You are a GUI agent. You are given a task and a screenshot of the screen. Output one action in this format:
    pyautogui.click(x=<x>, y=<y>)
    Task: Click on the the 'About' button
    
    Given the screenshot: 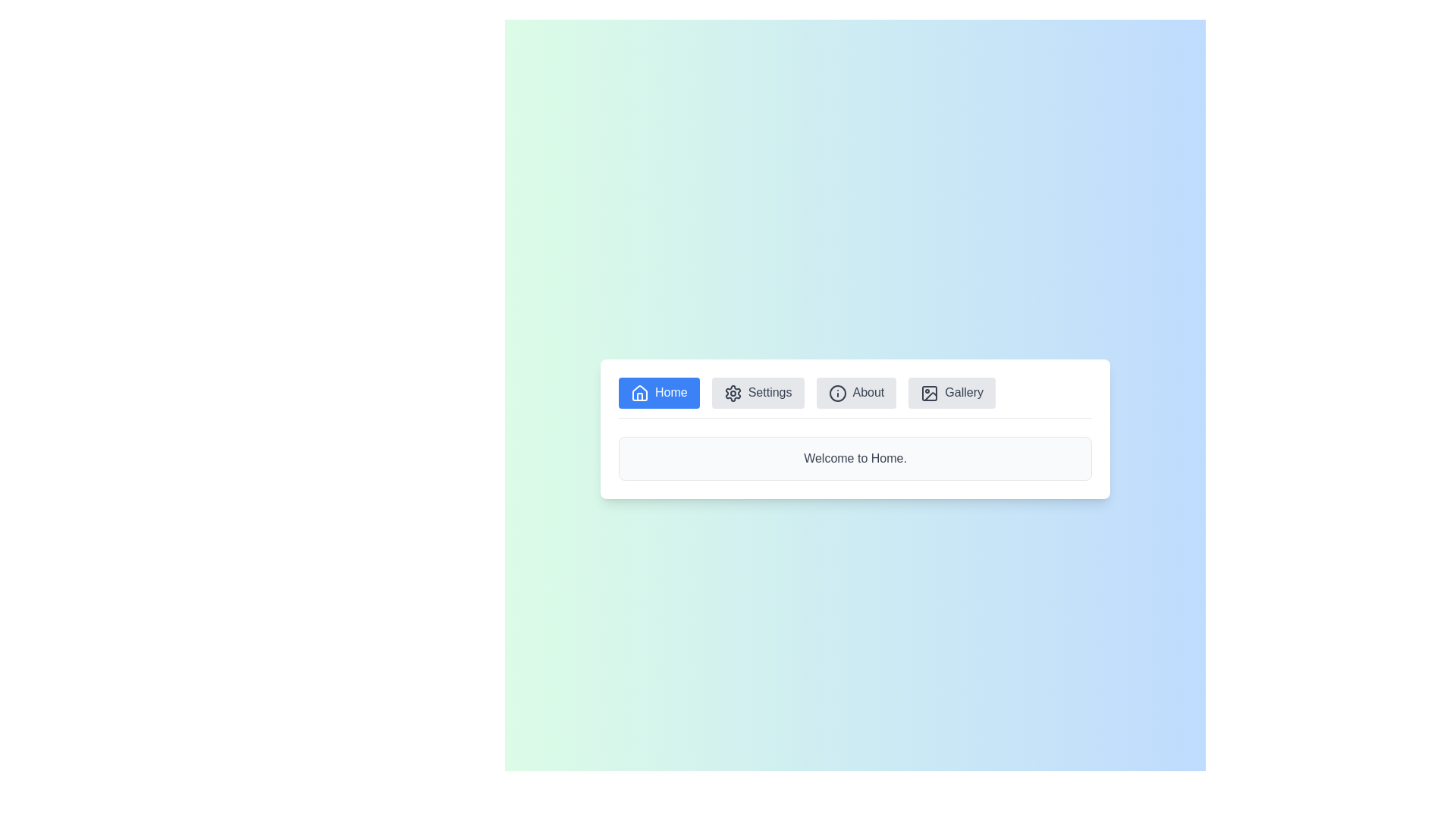 What is the action you would take?
    pyautogui.click(x=855, y=391)
    